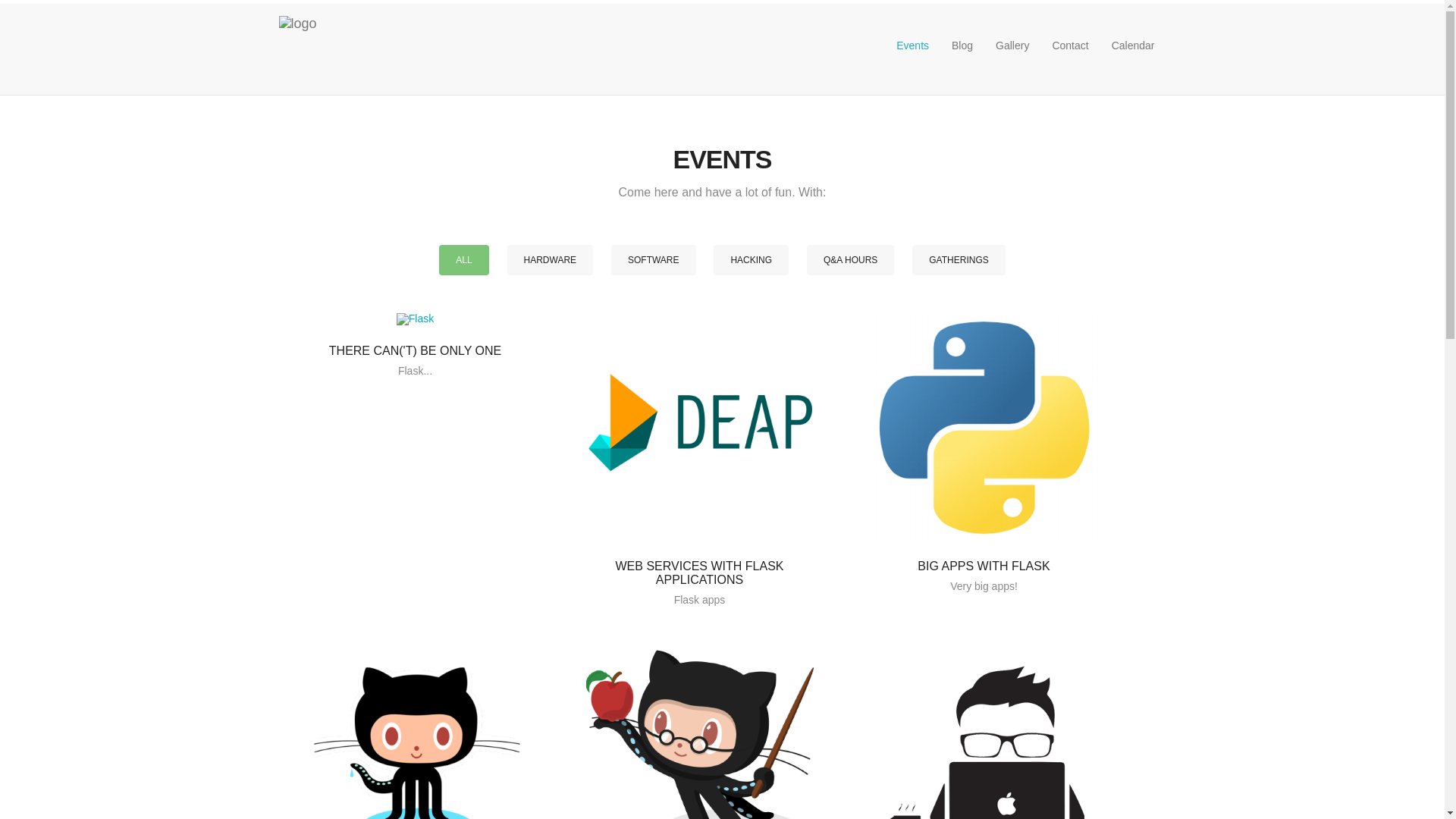 The width and height of the screenshot is (1456, 819). Describe the element at coordinates (912, 45) in the screenshot. I see `'Events'` at that location.